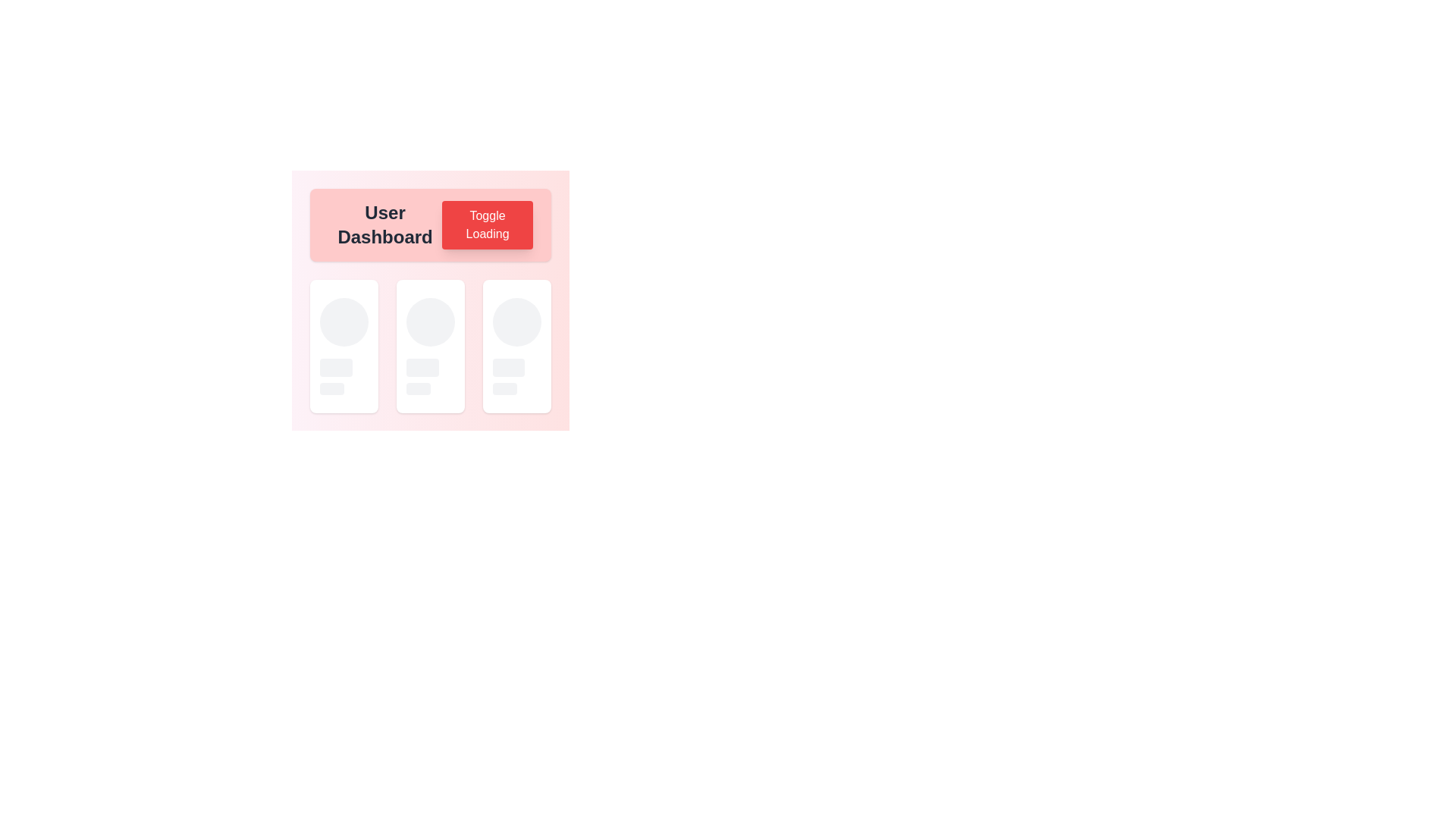 The image size is (1456, 819). I want to click on the Loading placeholder bar, which is a bar with rounded ends and a light gray background, centrally located below a circular placeholder, so click(422, 368).